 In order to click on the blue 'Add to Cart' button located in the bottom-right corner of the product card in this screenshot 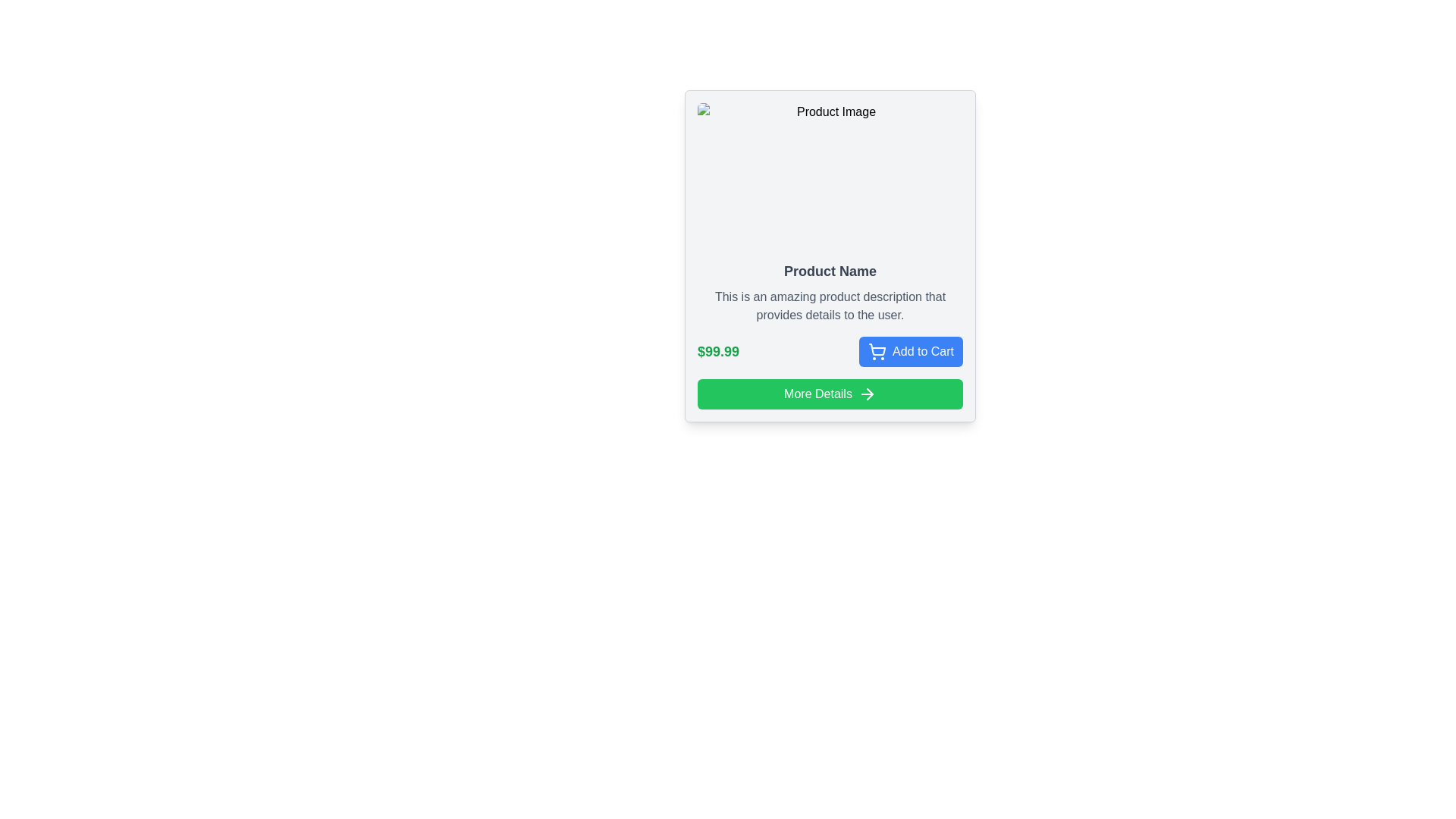, I will do `click(910, 351)`.